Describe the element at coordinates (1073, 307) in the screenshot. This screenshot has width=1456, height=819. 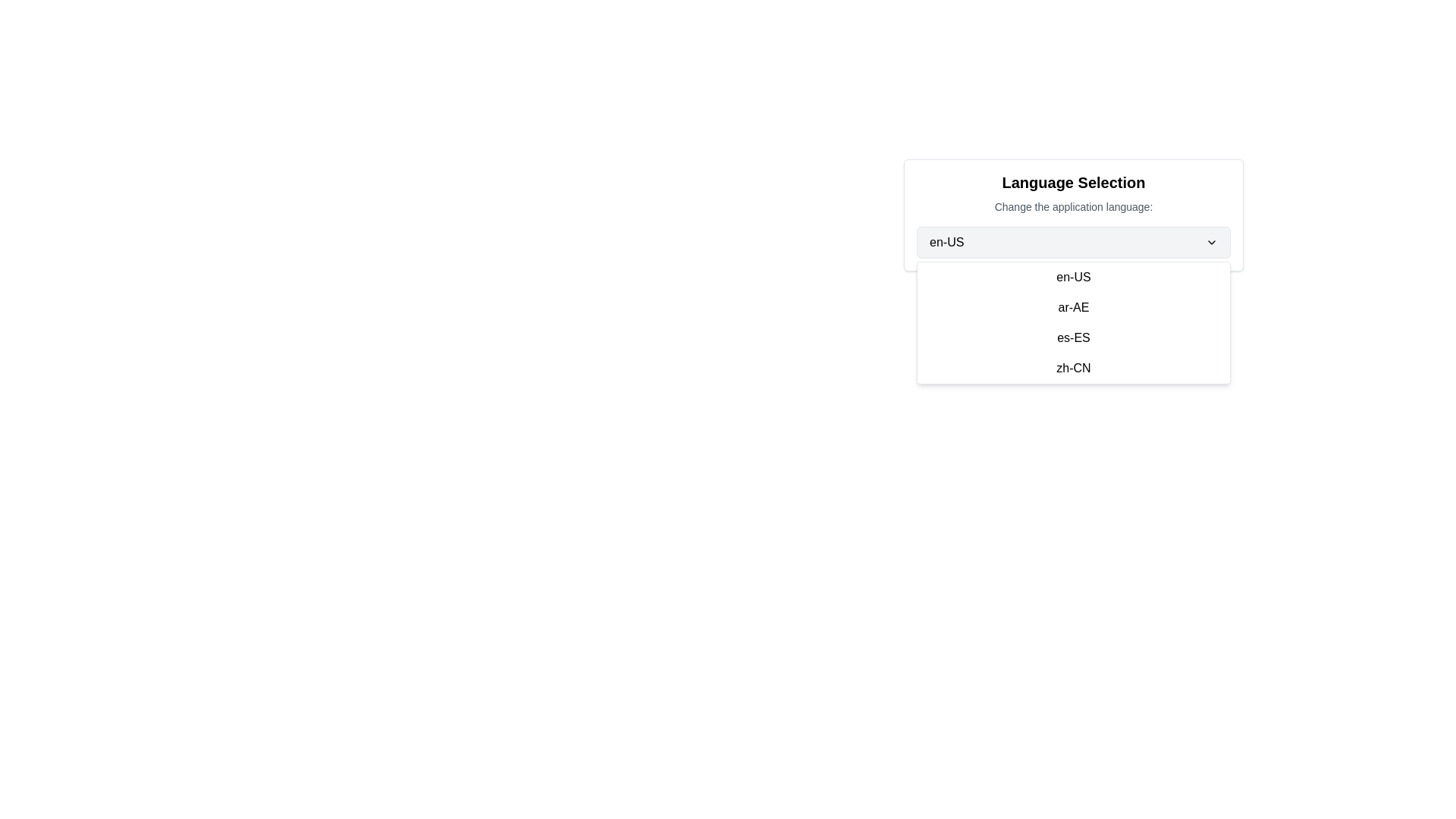
I see `the 'ar-AE' language option in the dropdown menu` at that location.